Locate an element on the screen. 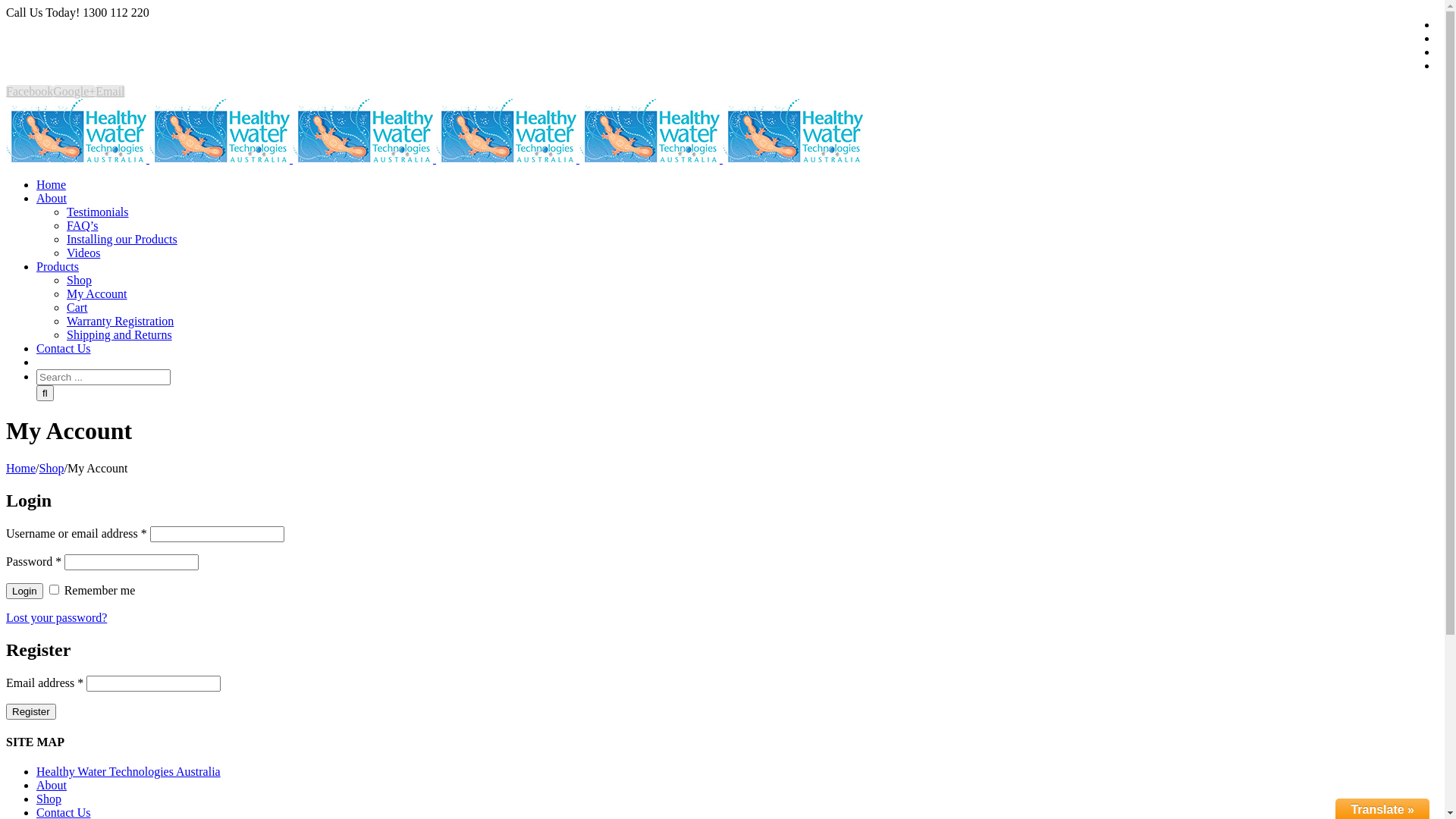  'Lost your password?' is located at coordinates (56, 617).